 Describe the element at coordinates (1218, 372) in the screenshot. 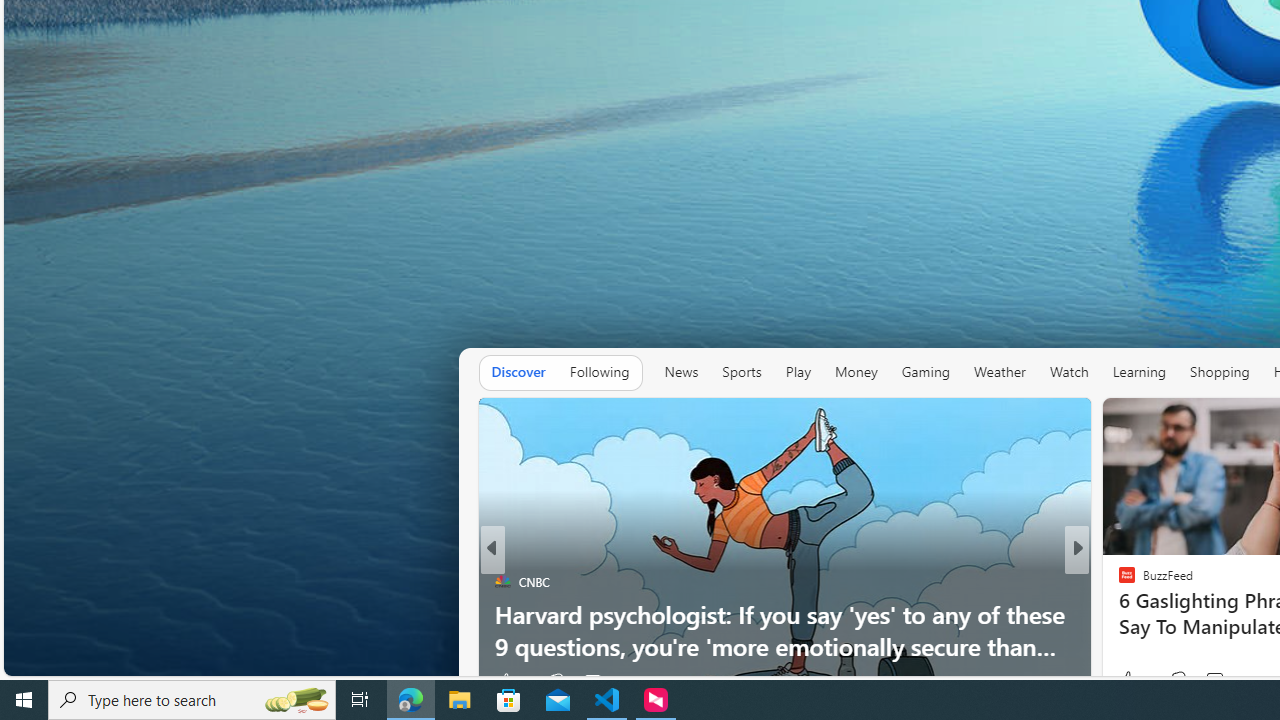

I see `'Shopping'` at that location.